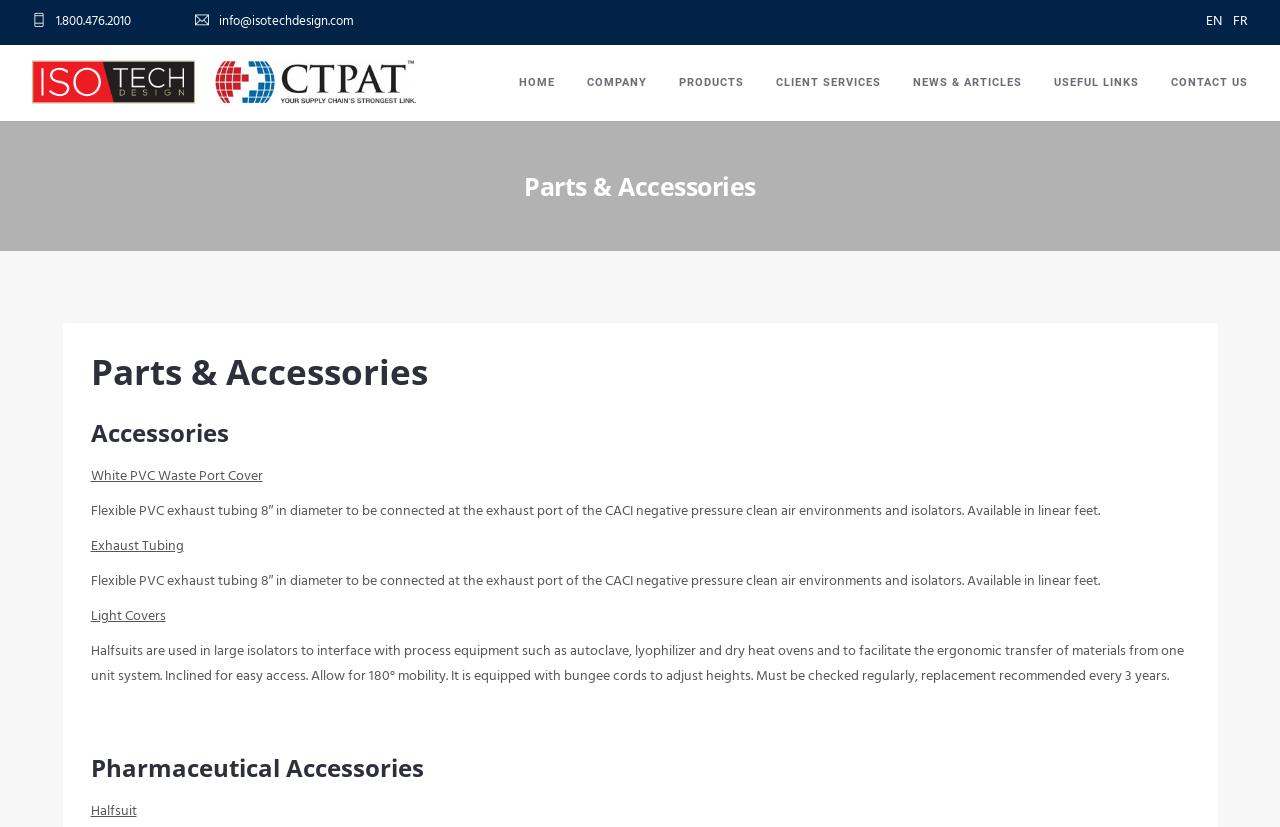 Image resolution: width=1280 pixels, height=827 pixels. Describe the element at coordinates (857, 223) in the screenshot. I see `'Instructional Videos'` at that location.